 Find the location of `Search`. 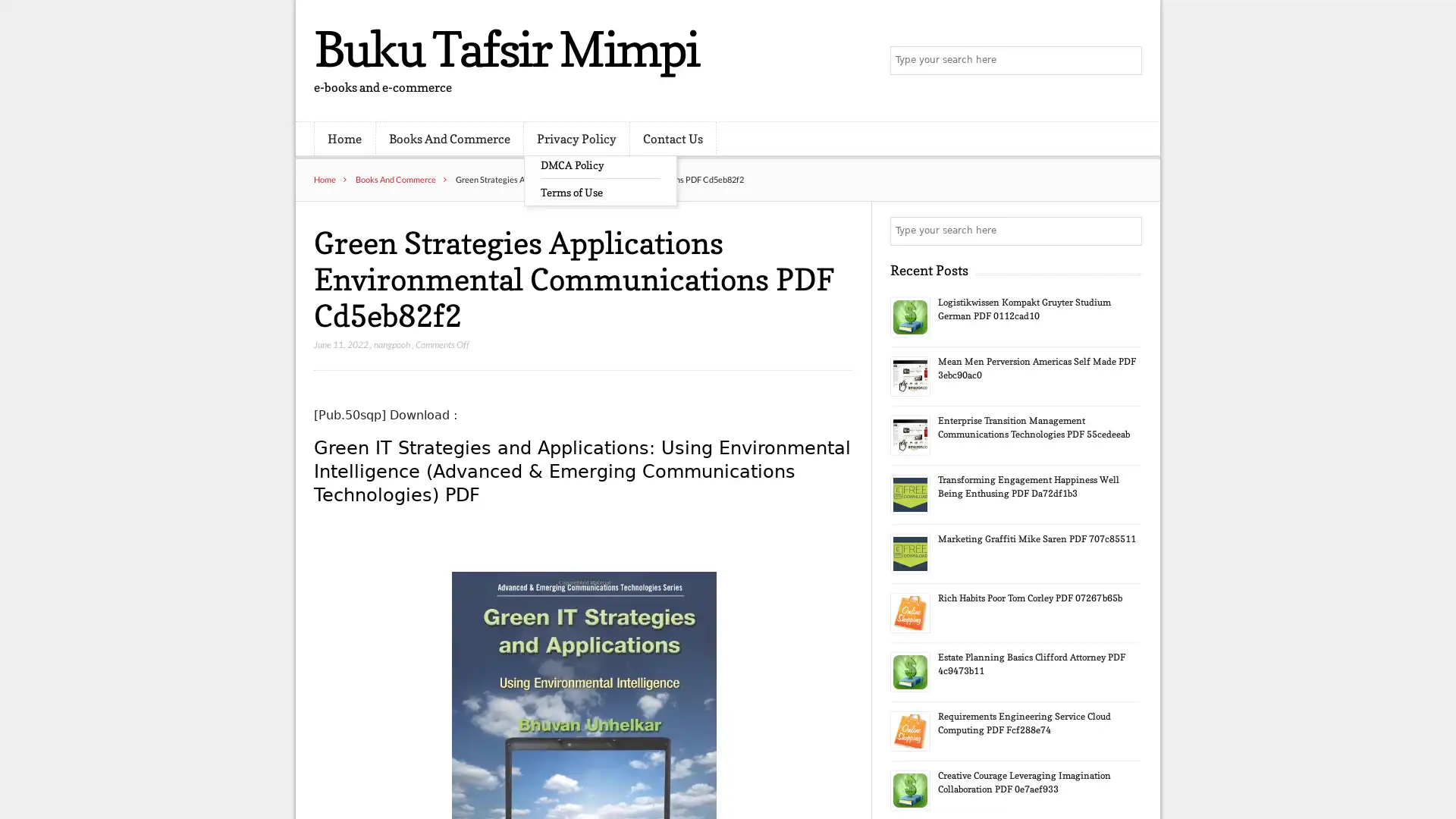

Search is located at coordinates (1126, 231).